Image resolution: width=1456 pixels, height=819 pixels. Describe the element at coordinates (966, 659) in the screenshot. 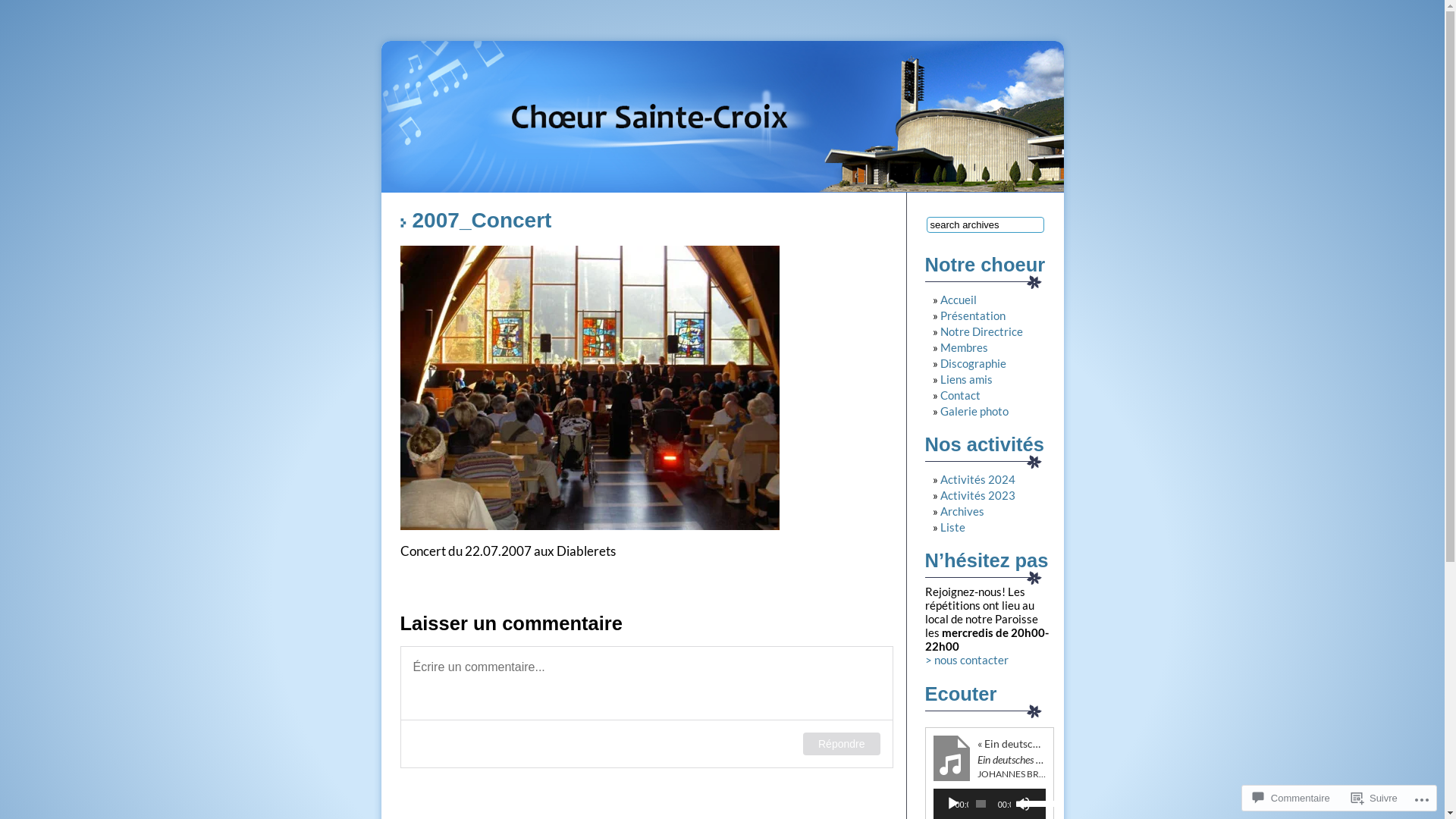

I see `'> nous contacter'` at that location.